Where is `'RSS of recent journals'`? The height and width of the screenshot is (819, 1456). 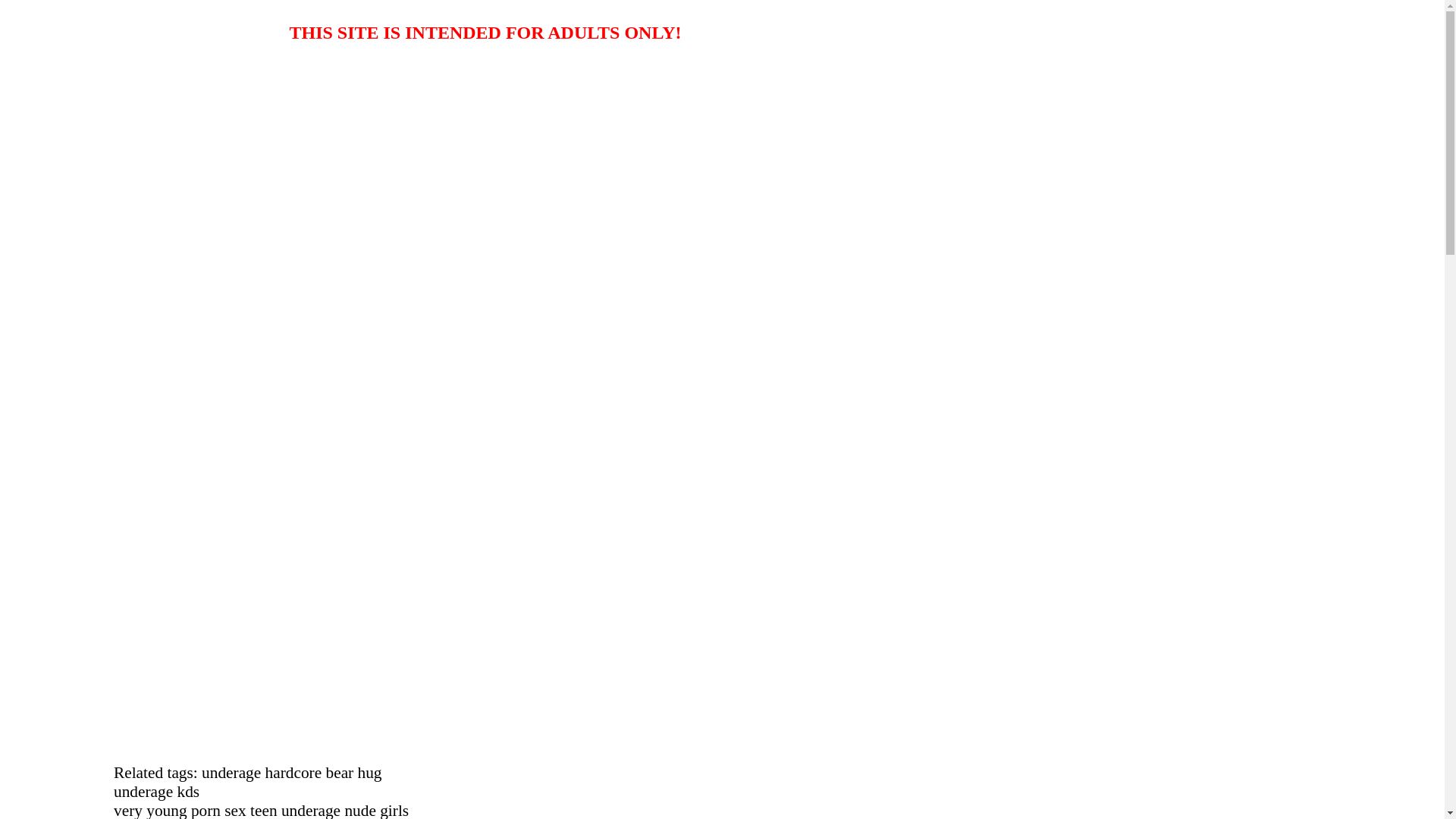 'RSS of recent journals' is located at coordinates (120, 602).